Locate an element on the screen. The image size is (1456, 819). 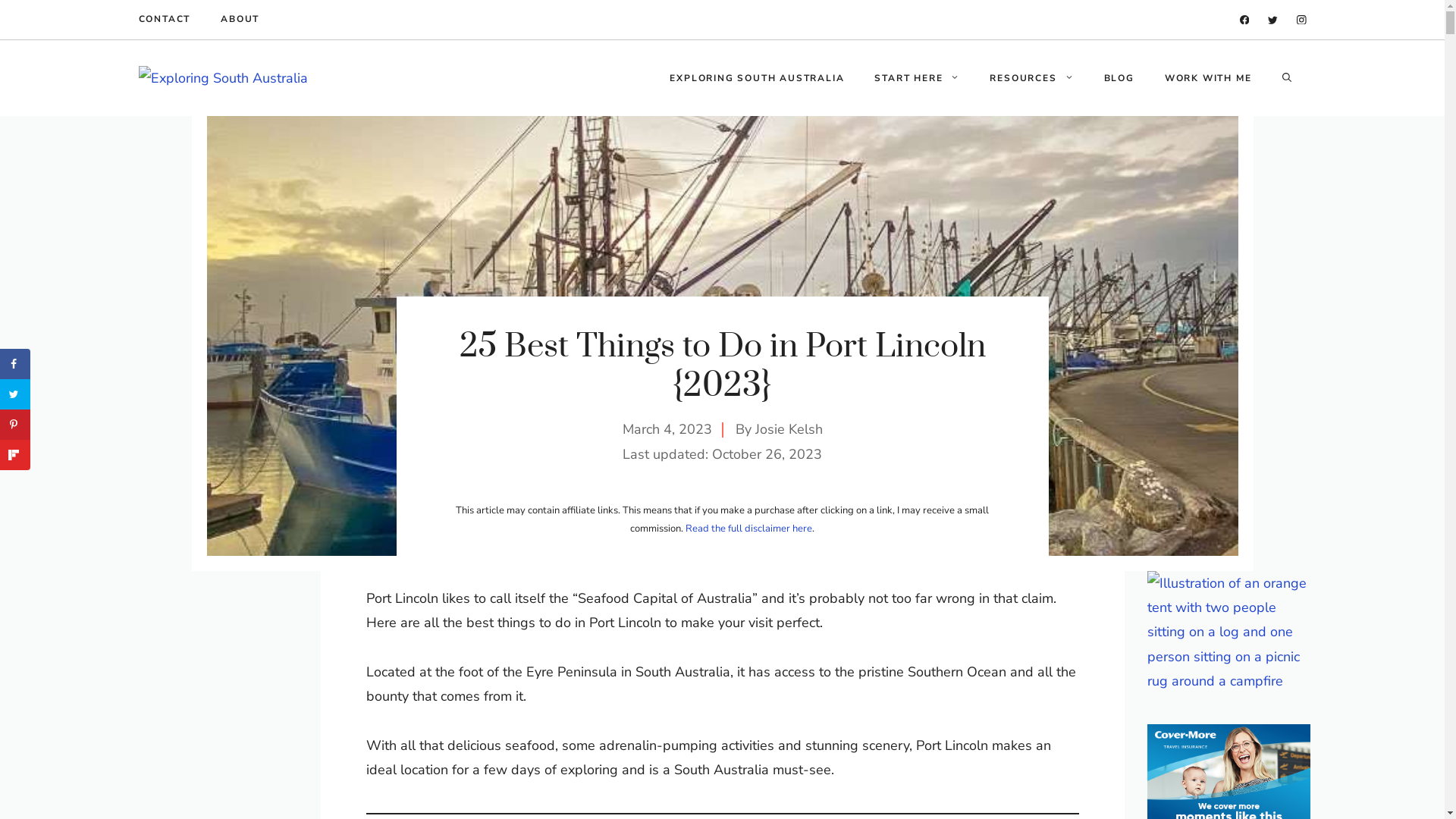
'Josie Kelsh' is located at coordinates (789, 429).